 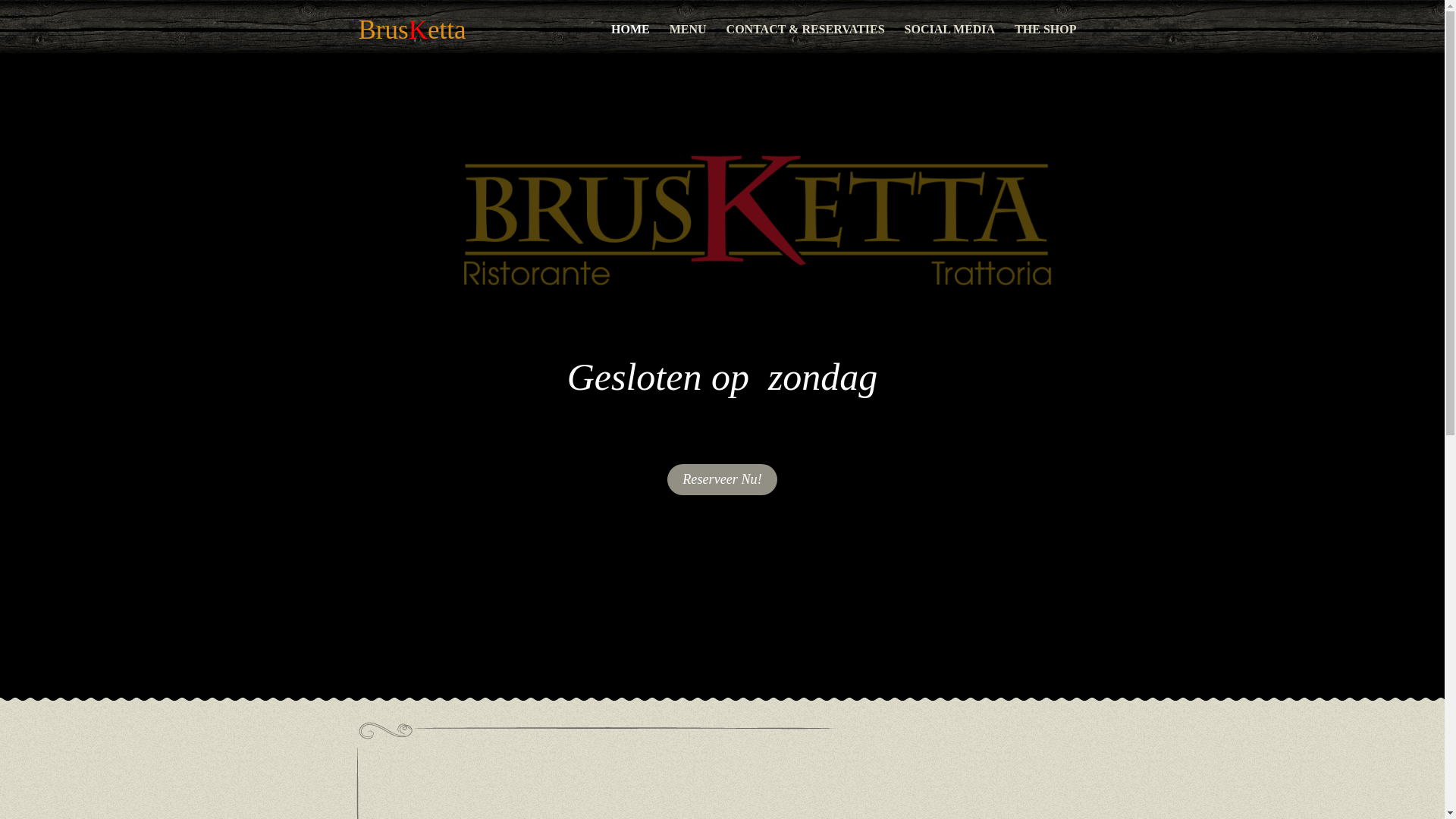 I want to click on 'SOCIAL MEDIA', so click(x=949, y=30).